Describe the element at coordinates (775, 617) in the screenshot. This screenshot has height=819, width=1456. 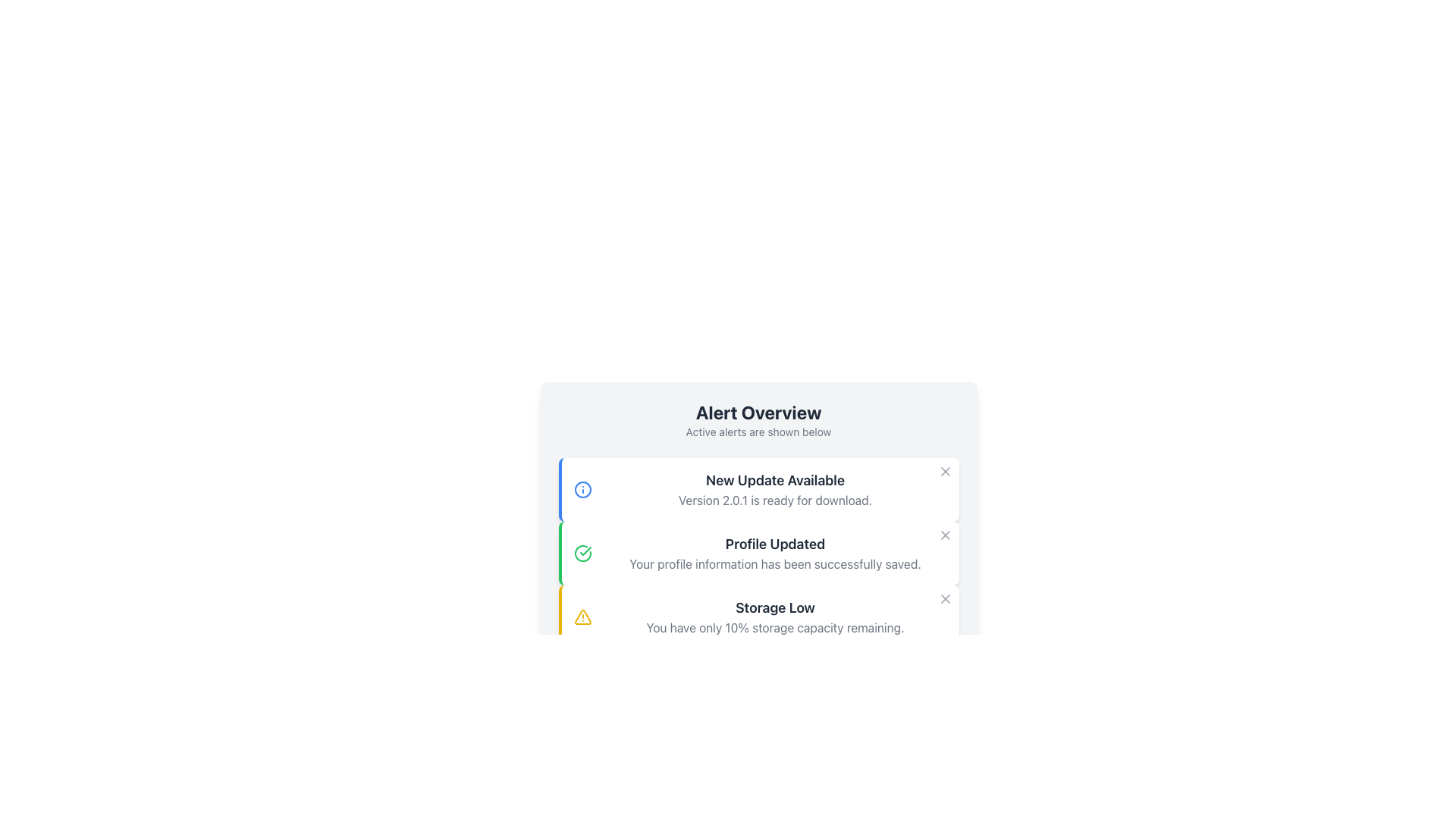
I see `warning text from the 'Storage Low' notification text block, which includes the heading and description about low storage capacity` at that location.